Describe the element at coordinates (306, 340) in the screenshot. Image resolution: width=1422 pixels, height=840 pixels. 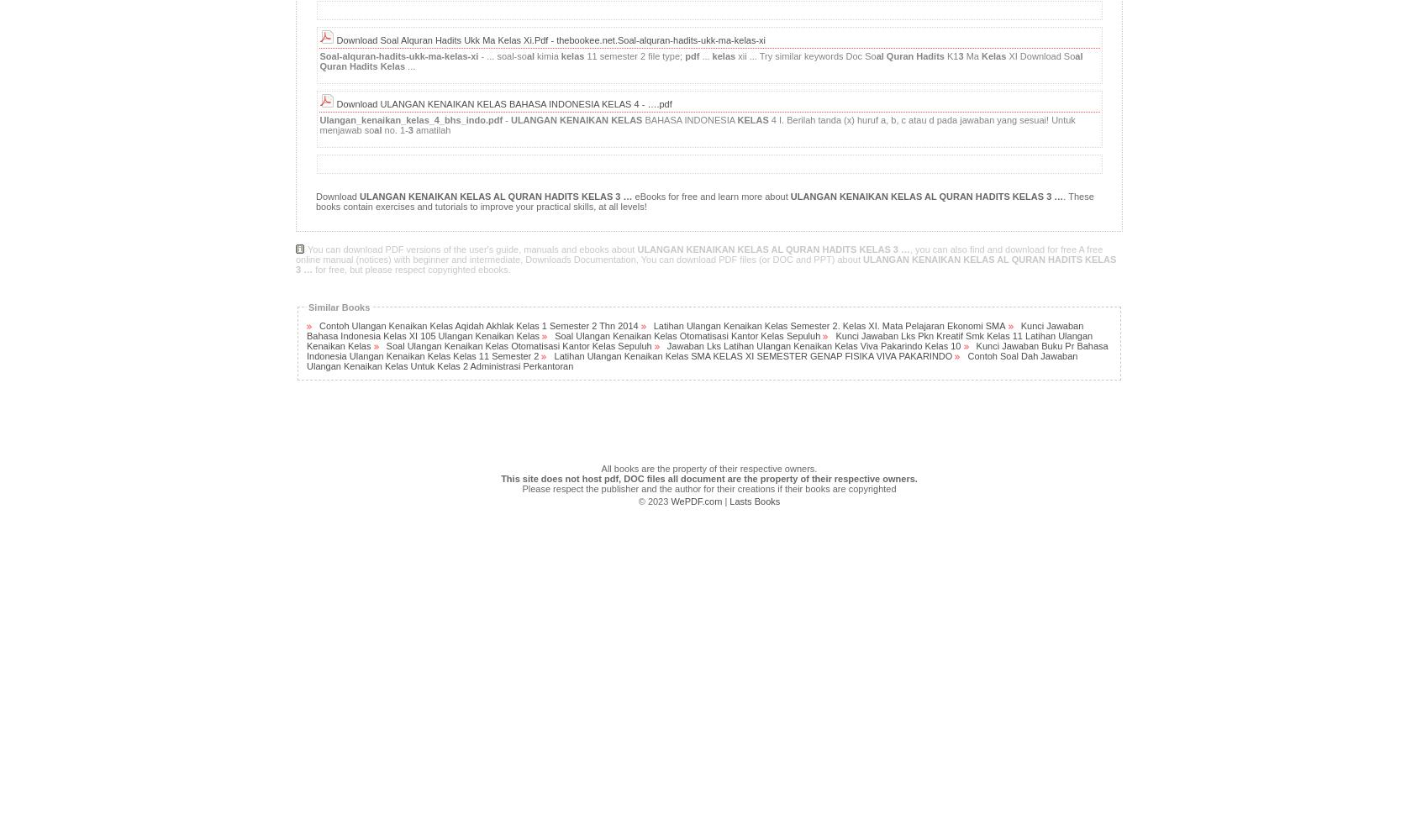
I see `'Kunci Jawaban Lks Pkn Kreatif Smk Kelas 11 Latihan Ulangan Kenaikan Kelas'` at that location.